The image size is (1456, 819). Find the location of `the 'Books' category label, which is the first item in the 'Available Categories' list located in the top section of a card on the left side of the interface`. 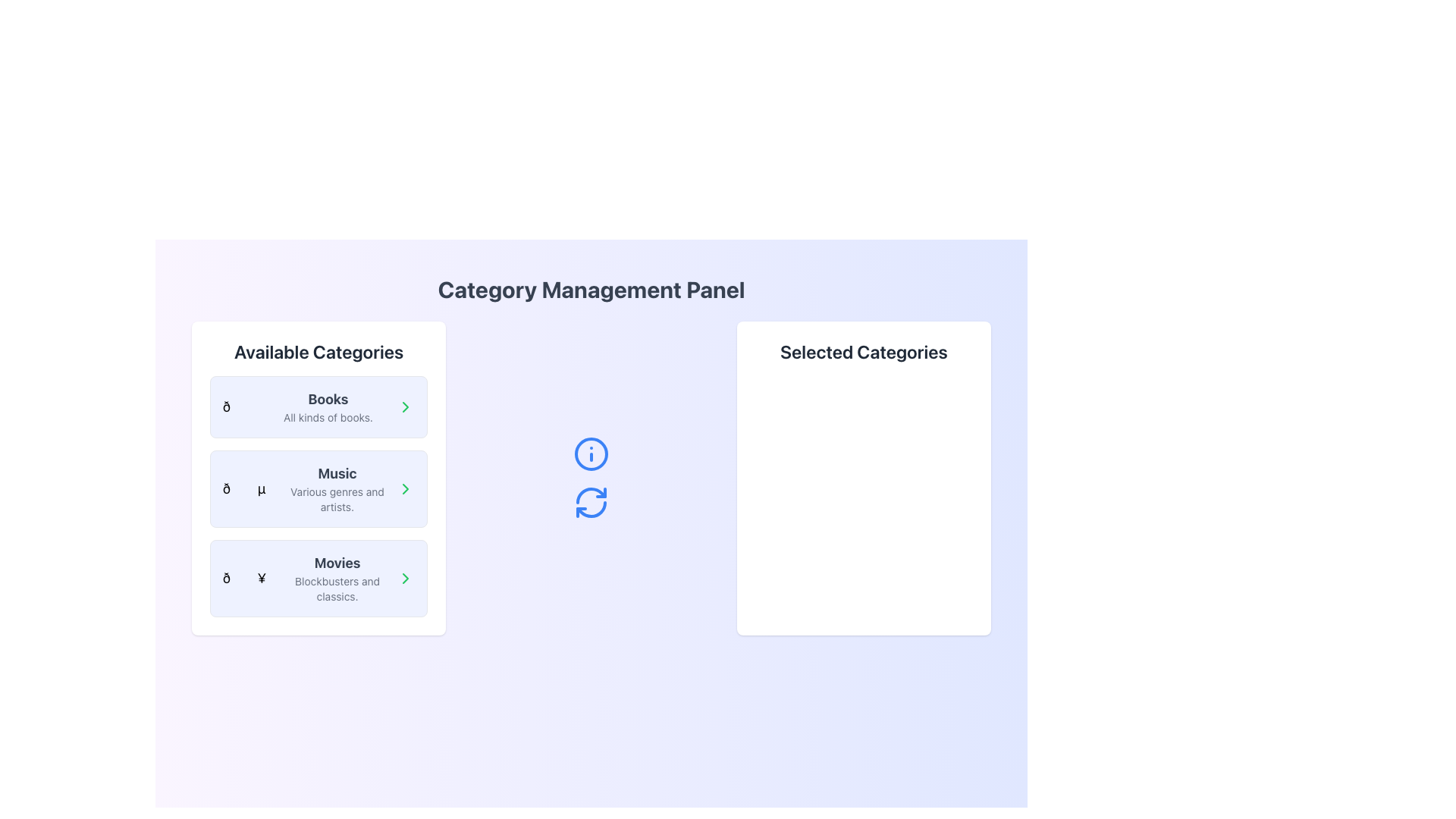

the 'Books' category label, which is the first item in the 'Available Categories' list located in the top section of a card on the left side of the interface is located at coordinates (327, 399).